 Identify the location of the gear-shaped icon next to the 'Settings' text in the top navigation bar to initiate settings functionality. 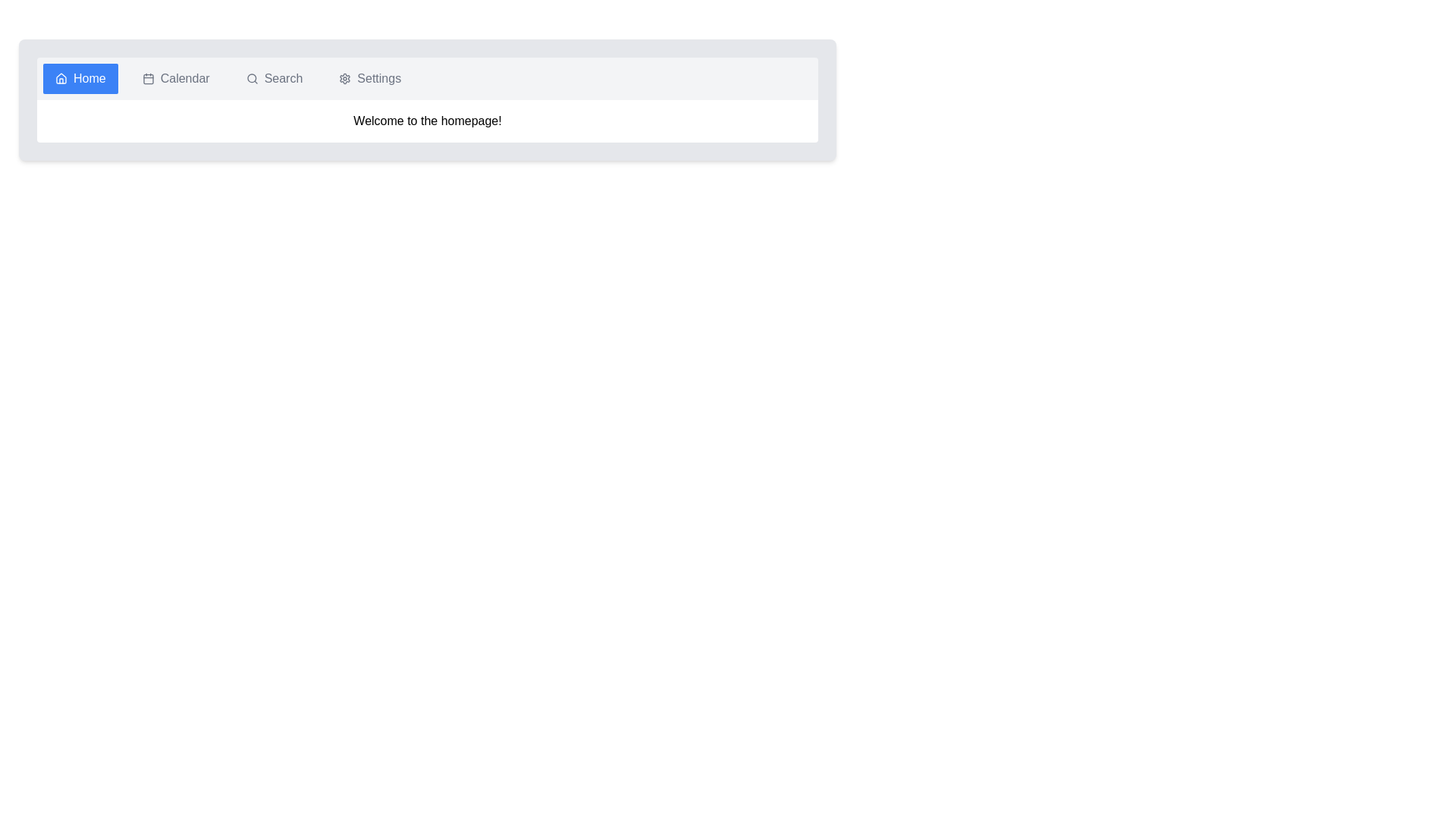
(344, 79).